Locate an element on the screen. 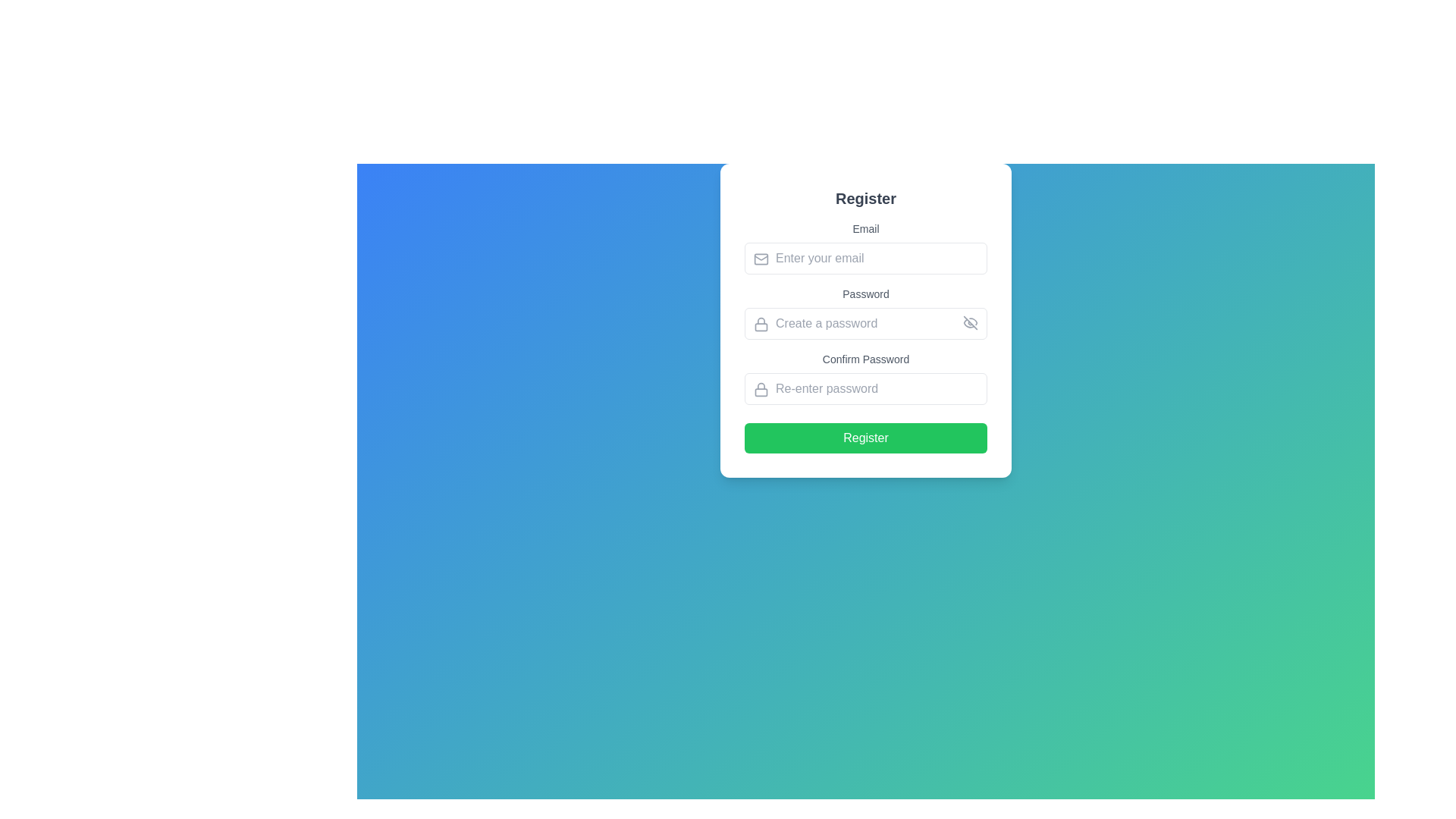 This screenshot has height=819, width=1456. the decorative graphic forming an 'X' shape within the 'eye-off' icon of the password field in the 'Register' form is located at coordinates (971, 322).